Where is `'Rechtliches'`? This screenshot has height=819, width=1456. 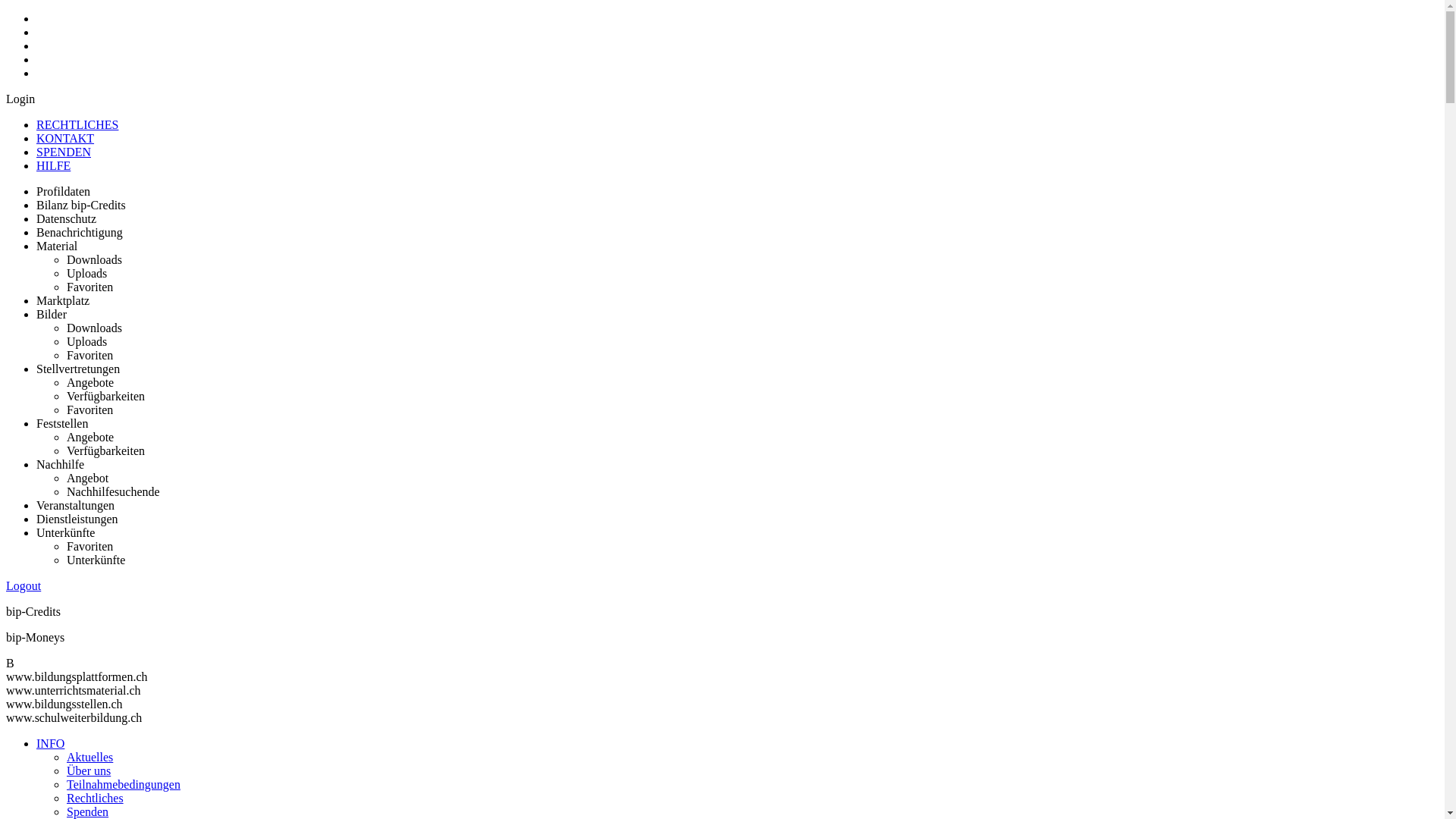 'Rechtliches' is located at coordinates (94, 797).